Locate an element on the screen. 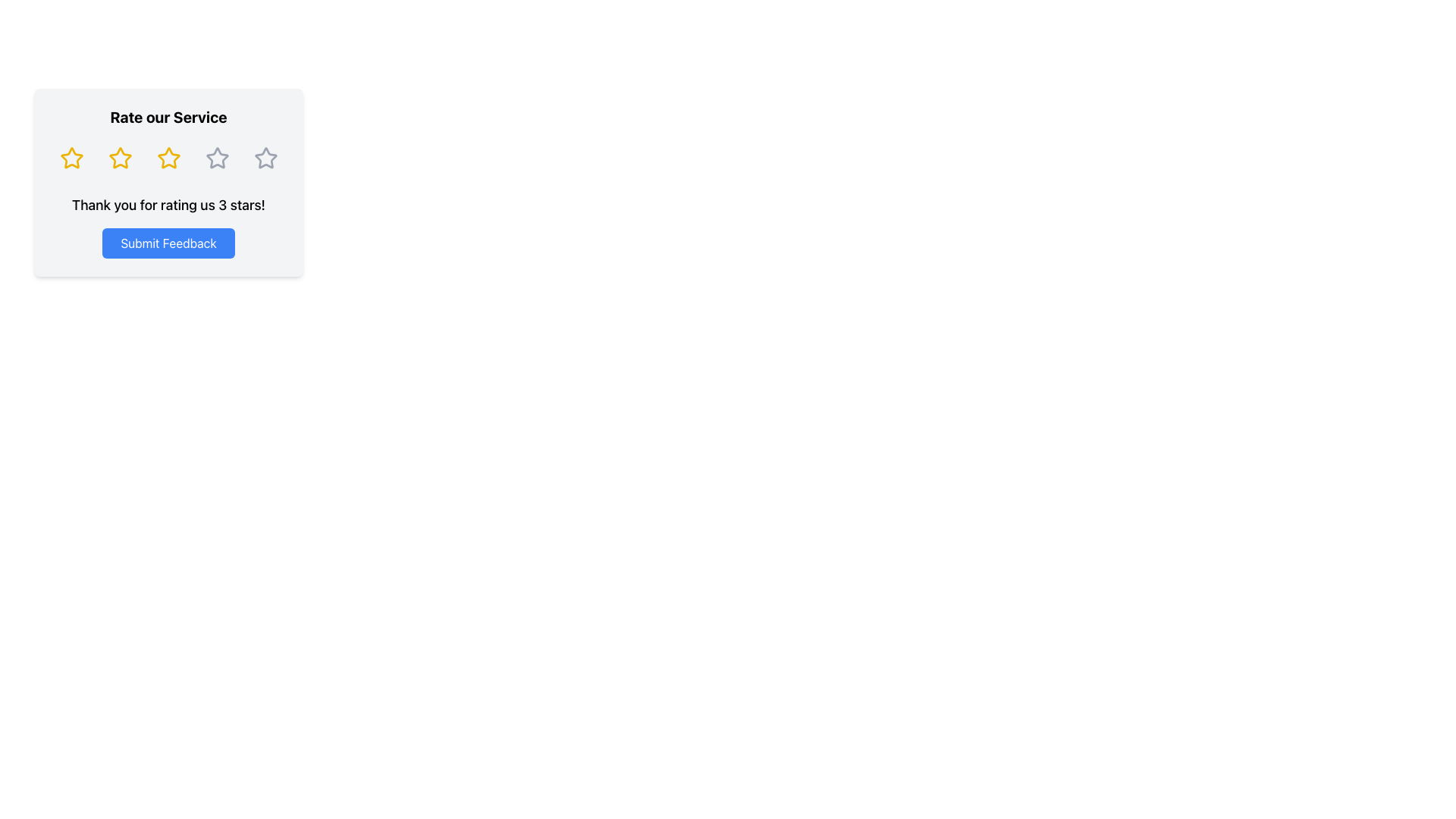  the first star icon in the rating widget, which is styled with a yellow outline and transparent interior is located at coordinates (71, 158).